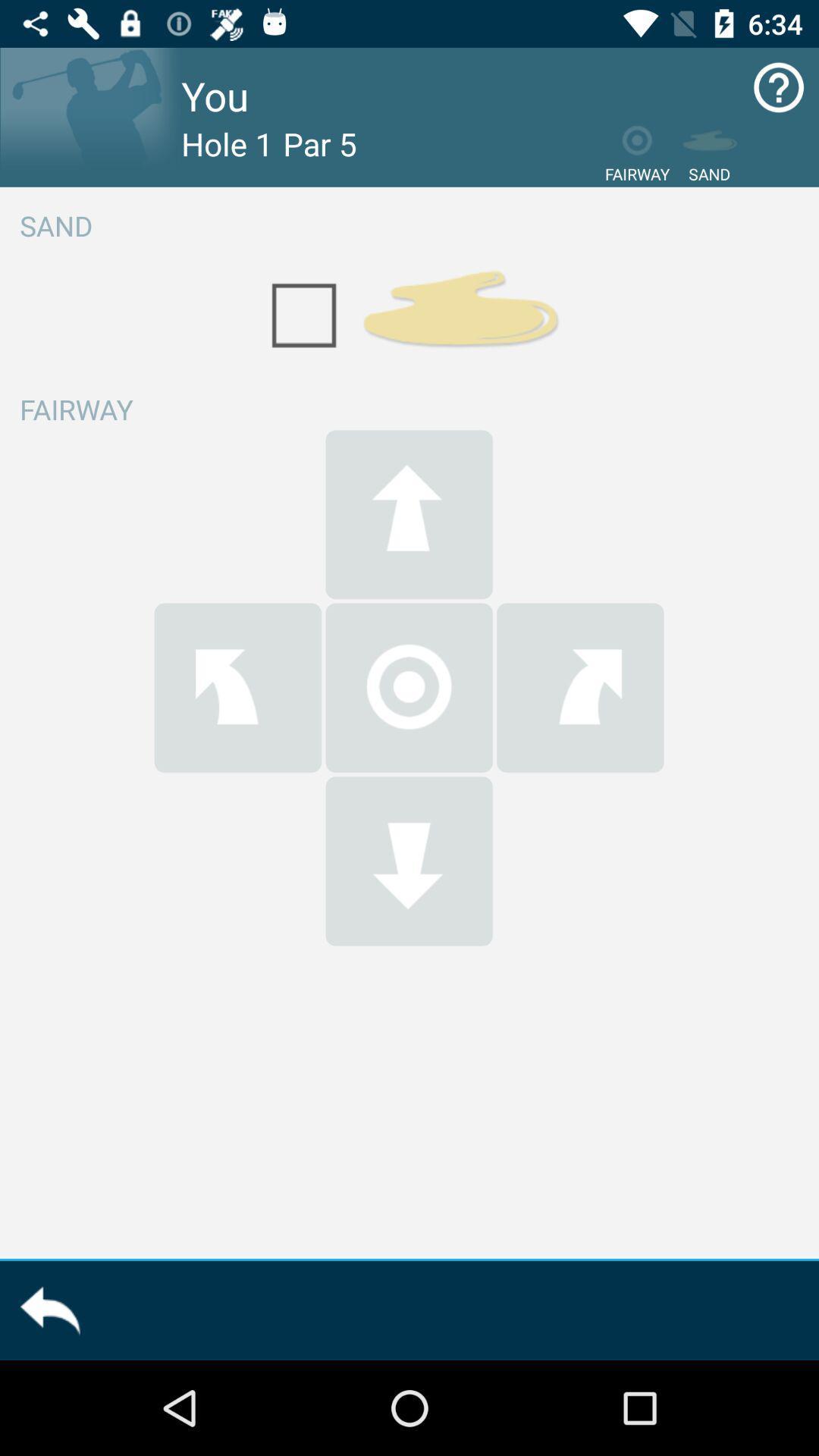 This screenshot has height=1456, width=819. Describe the element at coordinates (779, 86) in the screenshot. I see `help` at that location.